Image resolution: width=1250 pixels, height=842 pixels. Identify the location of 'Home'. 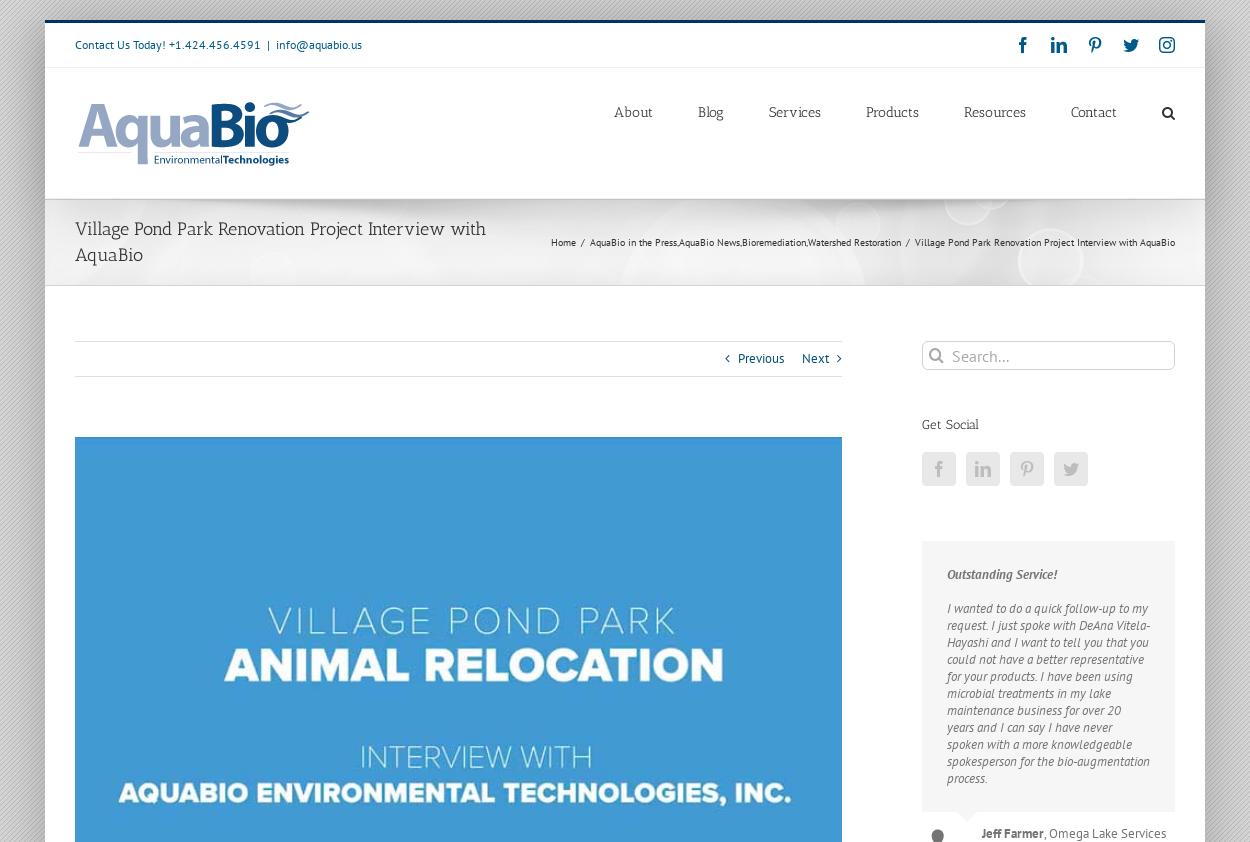
(562, 242).